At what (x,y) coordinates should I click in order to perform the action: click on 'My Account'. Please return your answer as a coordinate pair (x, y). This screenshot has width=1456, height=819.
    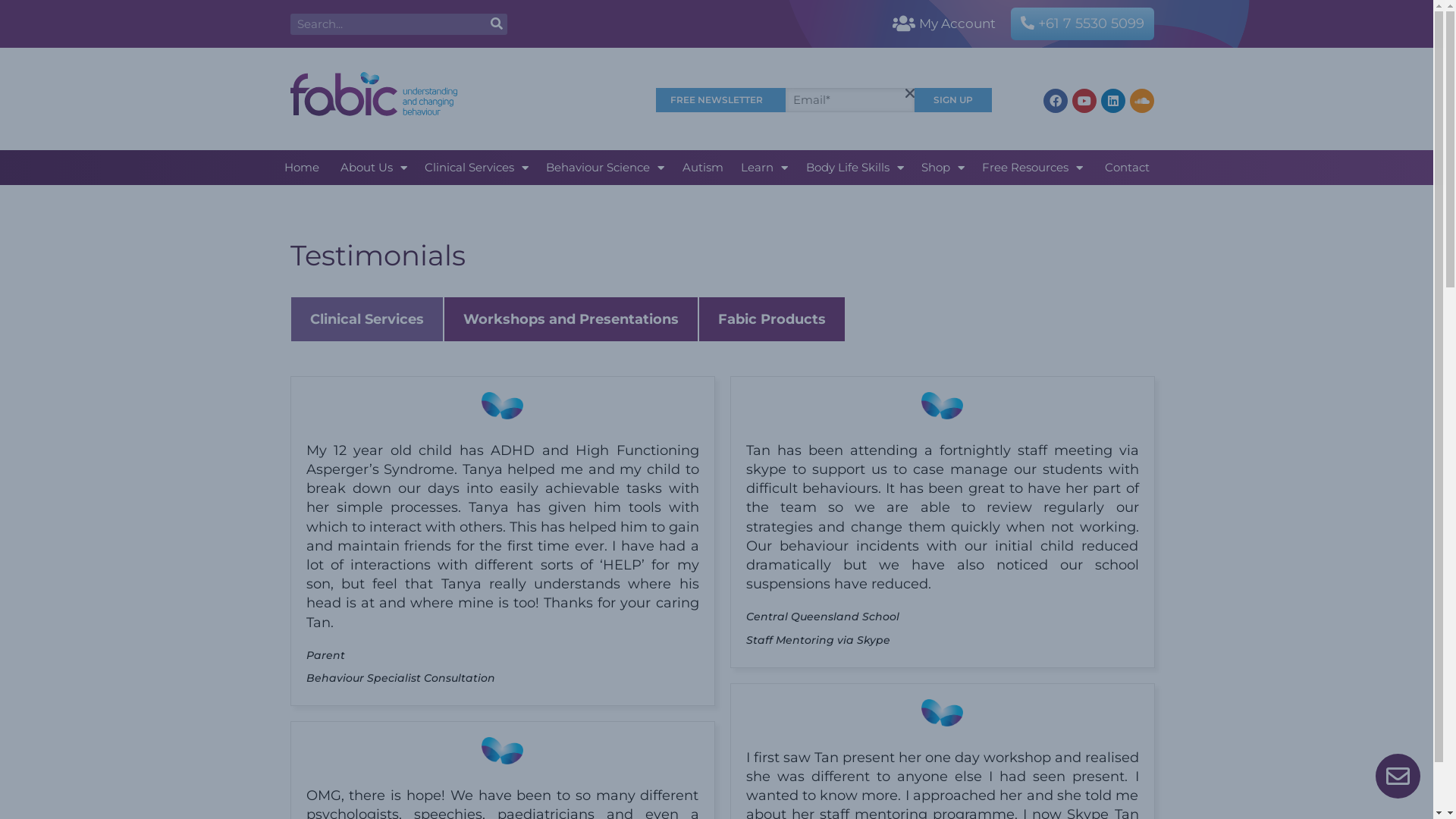
    Looking at the image, I should click on (956, 23).